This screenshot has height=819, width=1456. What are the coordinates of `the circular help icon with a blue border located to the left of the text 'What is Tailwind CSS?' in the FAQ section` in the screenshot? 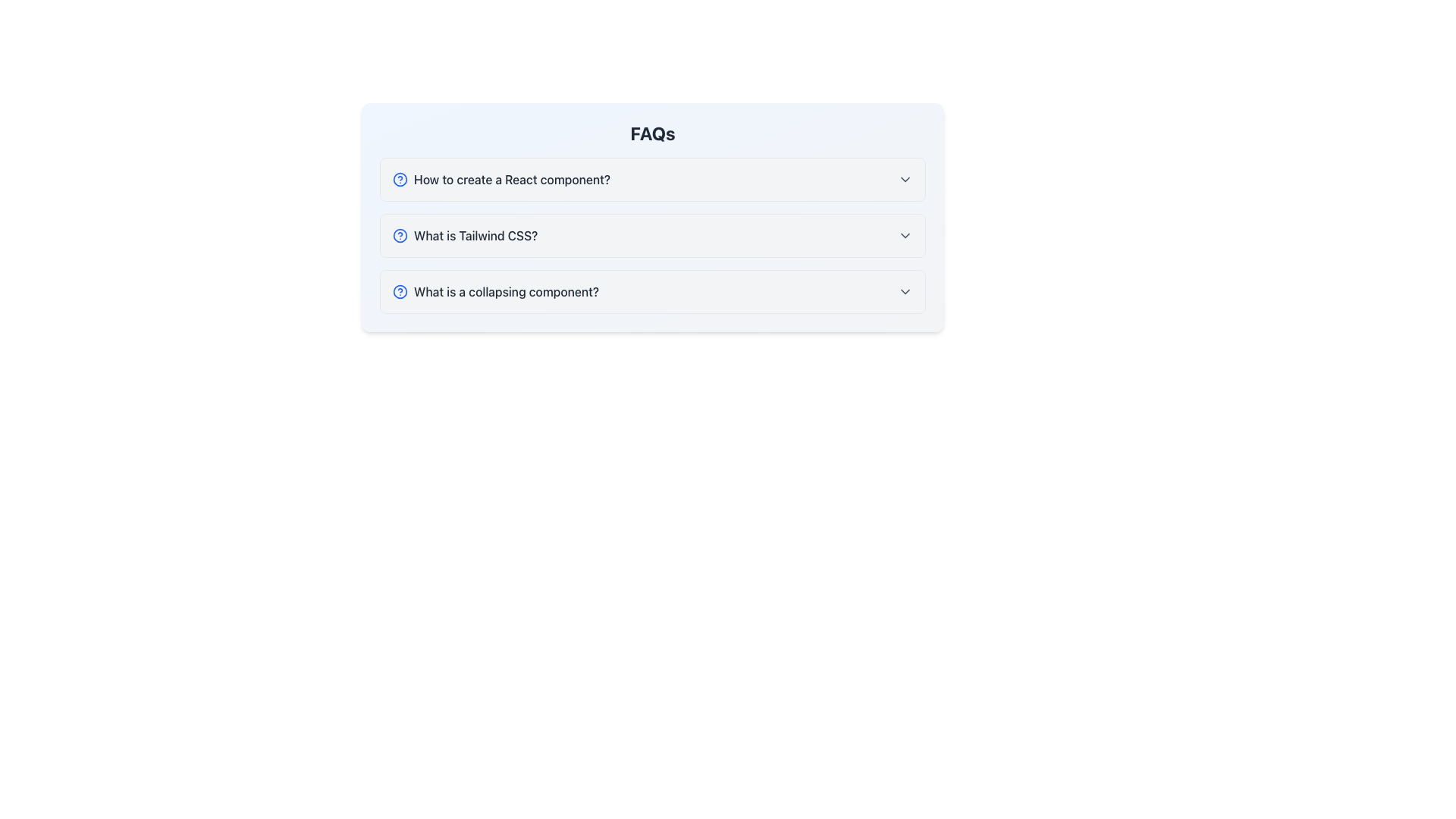 It's located at (400, 236).